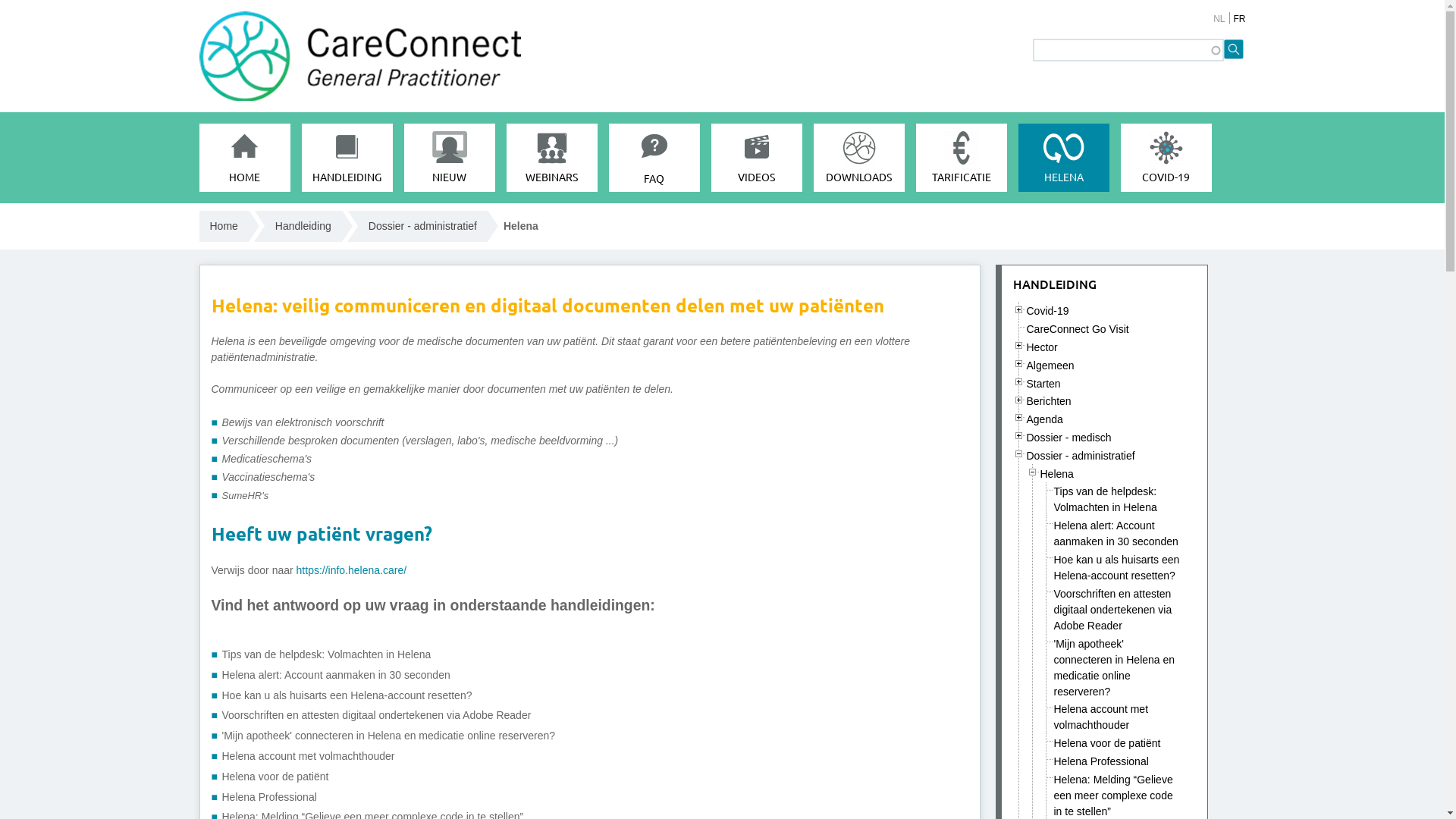 Image resolution: width=1456 pixels, height=819 pixels. I want to click on 'Tips van de helpdesk: Volmachten in Helena', so click(1053, 499).